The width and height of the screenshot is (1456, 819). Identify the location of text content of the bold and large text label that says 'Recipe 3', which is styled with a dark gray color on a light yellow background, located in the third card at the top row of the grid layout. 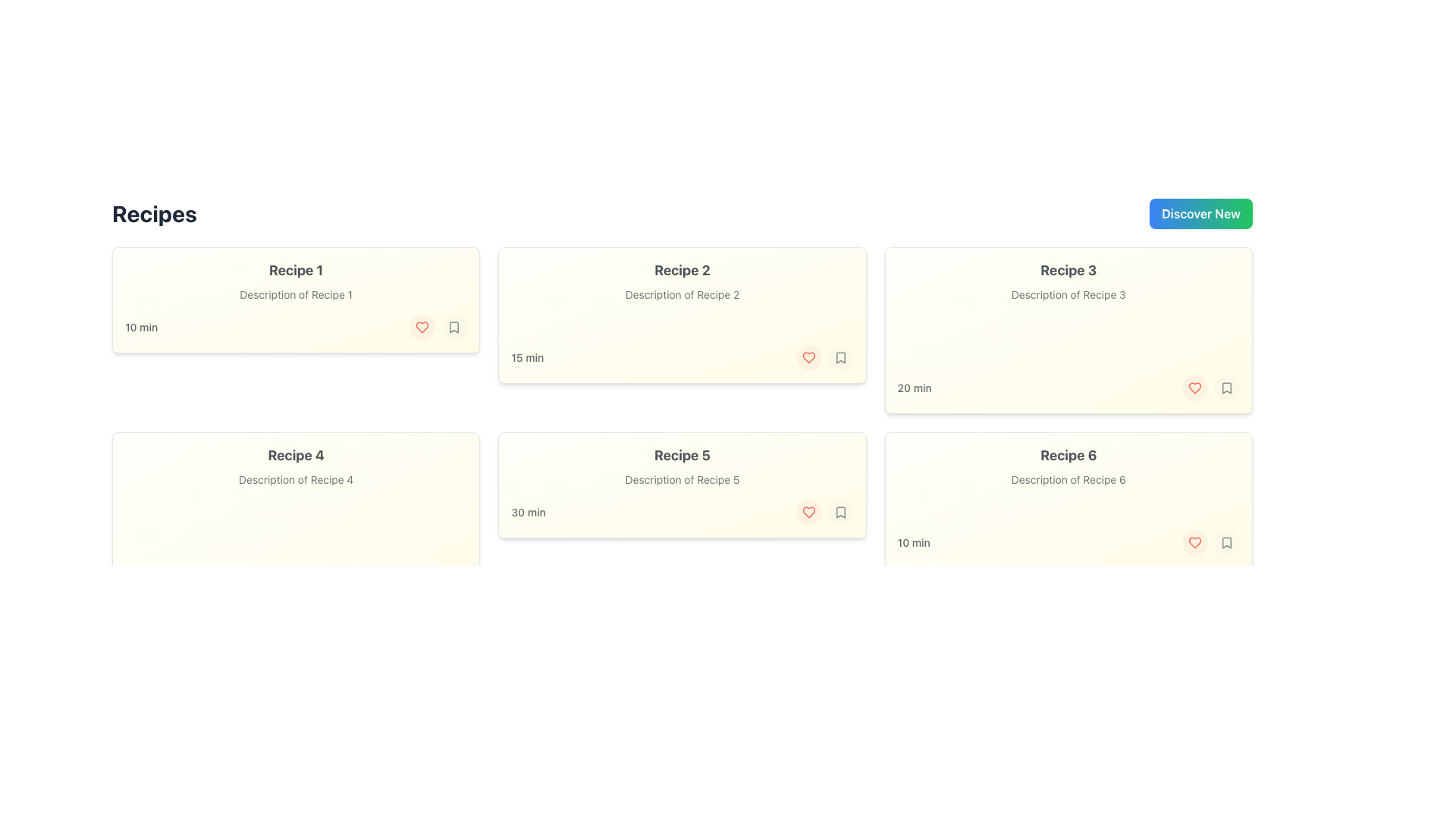
(1068, 270).